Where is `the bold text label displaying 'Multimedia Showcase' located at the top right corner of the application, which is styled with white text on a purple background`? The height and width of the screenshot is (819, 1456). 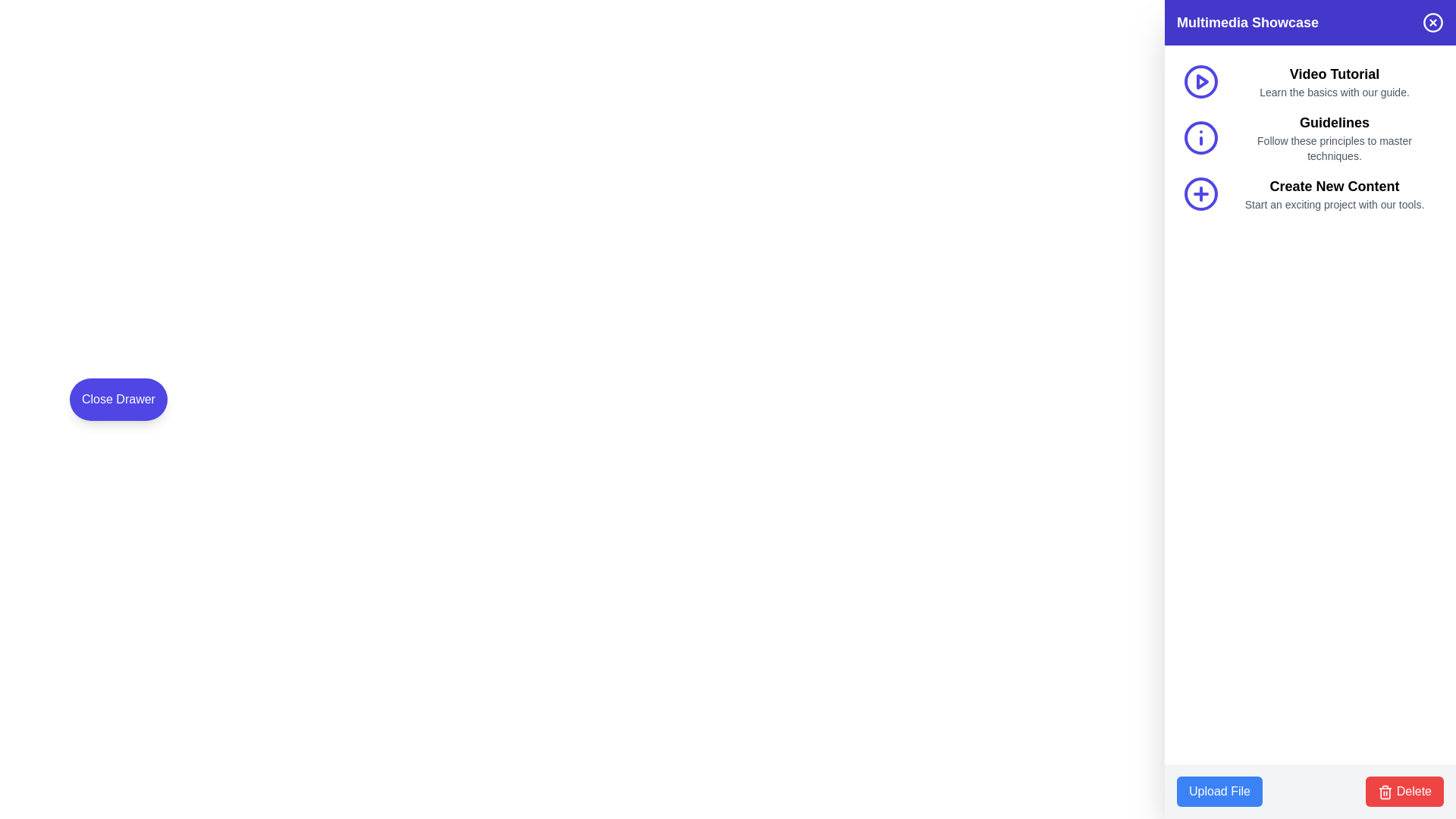
the bold text label displaying 'Multimedia Showcase' located at the top right corner of the application, which is styled with white text on a purple background is located at coordinates (1247, 23).